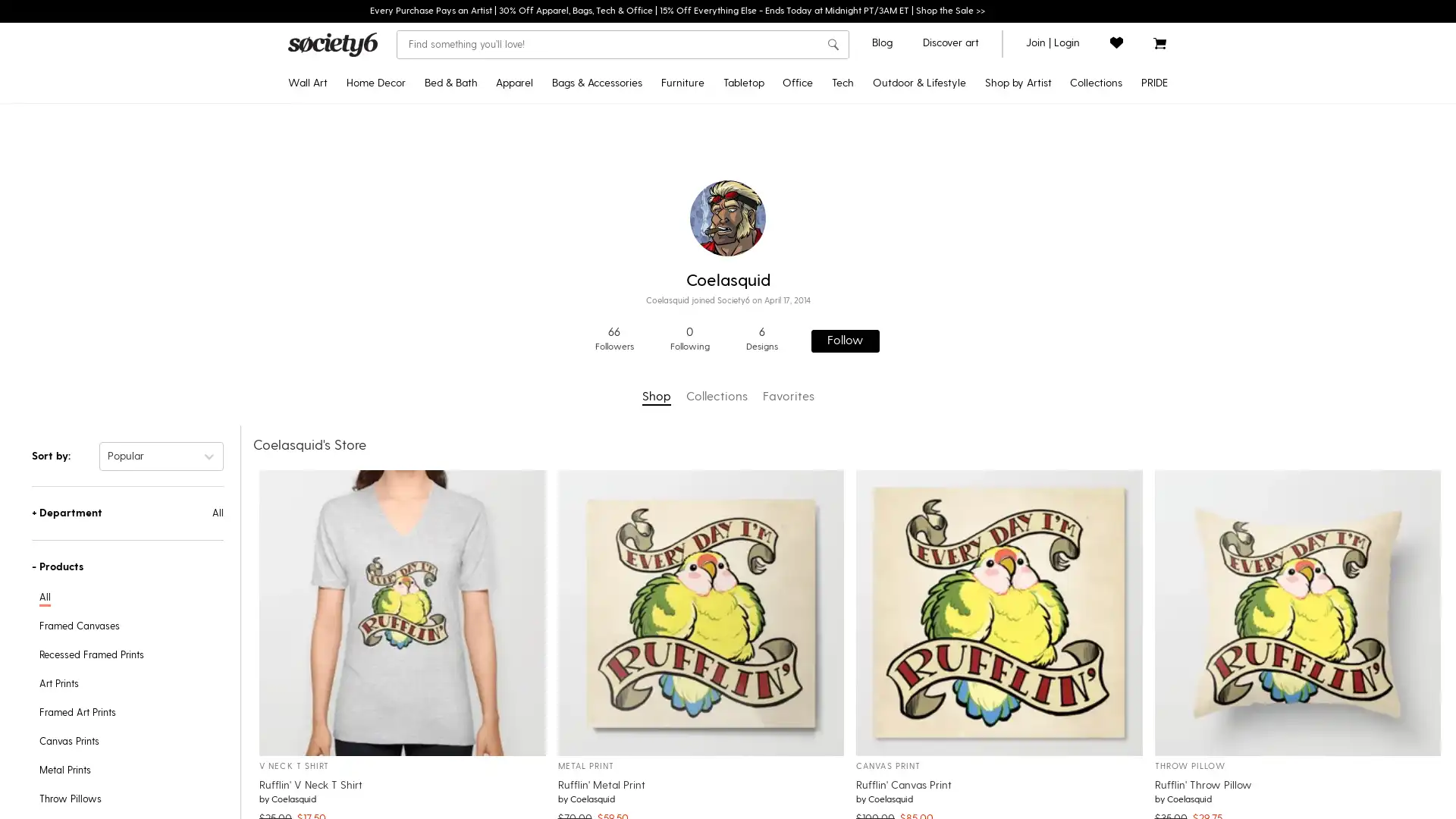  What do you see at coordinates (1040, 439) in the screenshot?
I see `All Collections` at bounding box center [1040, 439].